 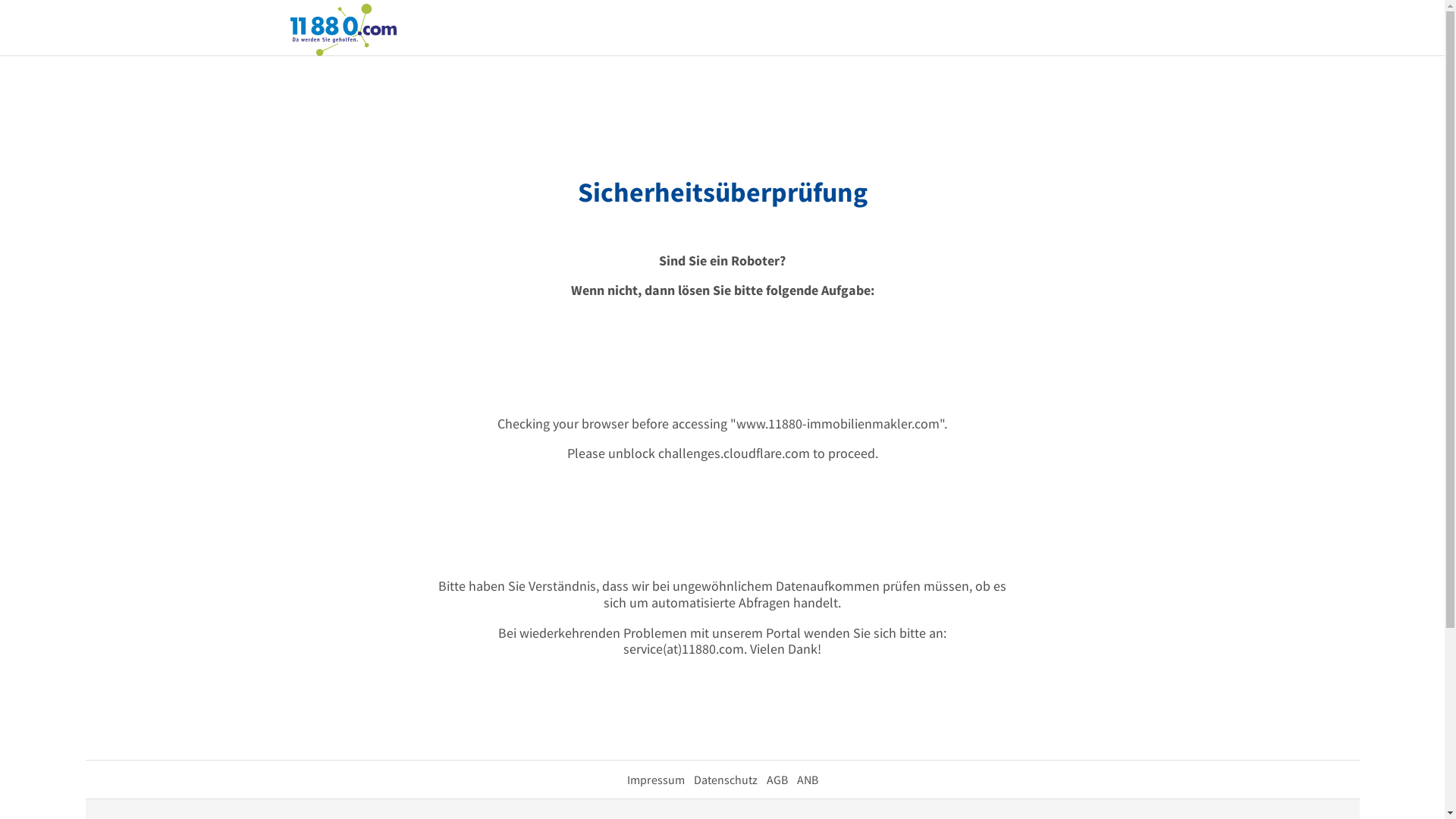 I want to click on '11880.com', so click(x=341, y=28).